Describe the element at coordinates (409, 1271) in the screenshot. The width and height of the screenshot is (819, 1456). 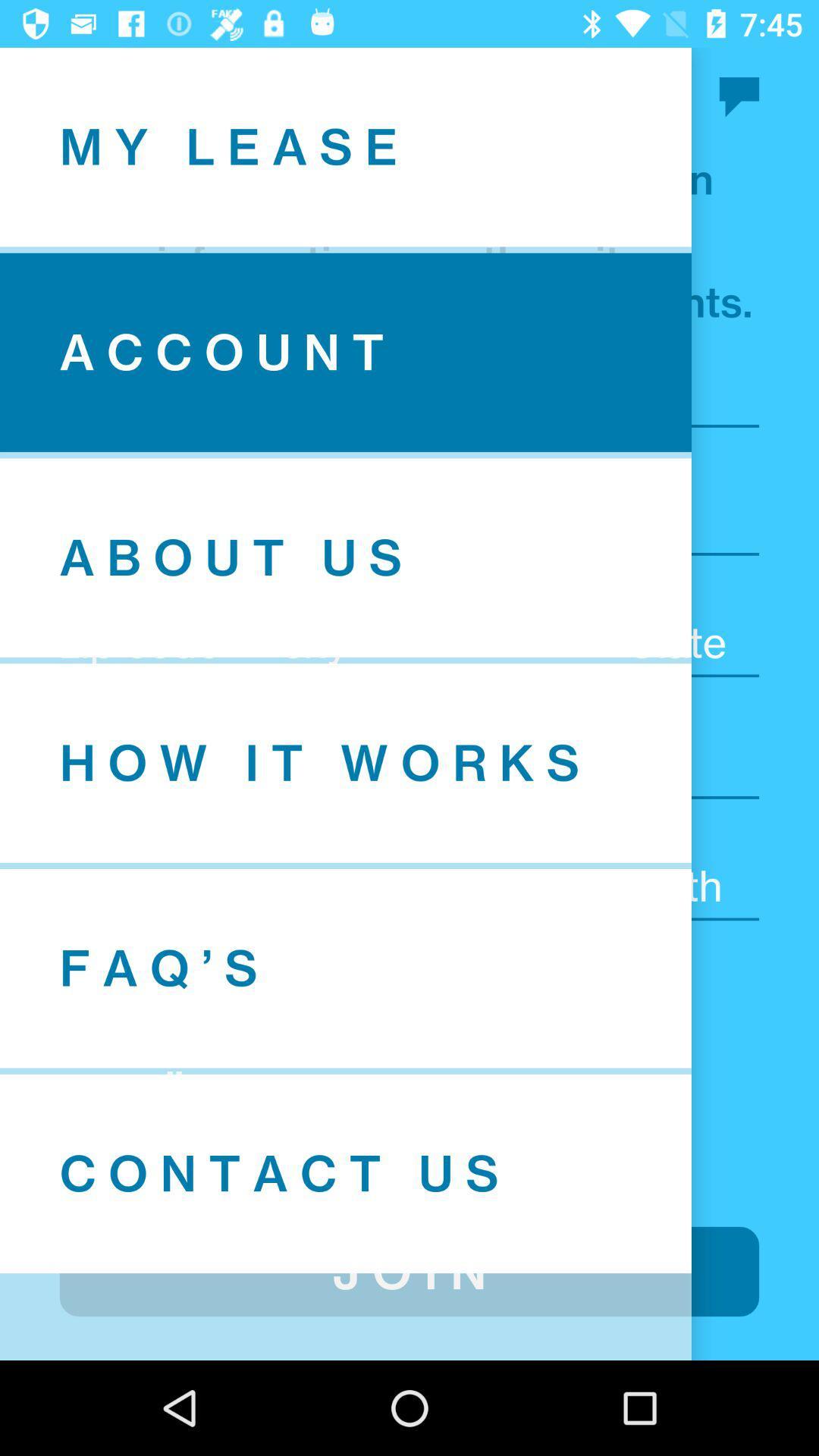
I see `the join button` at that location.